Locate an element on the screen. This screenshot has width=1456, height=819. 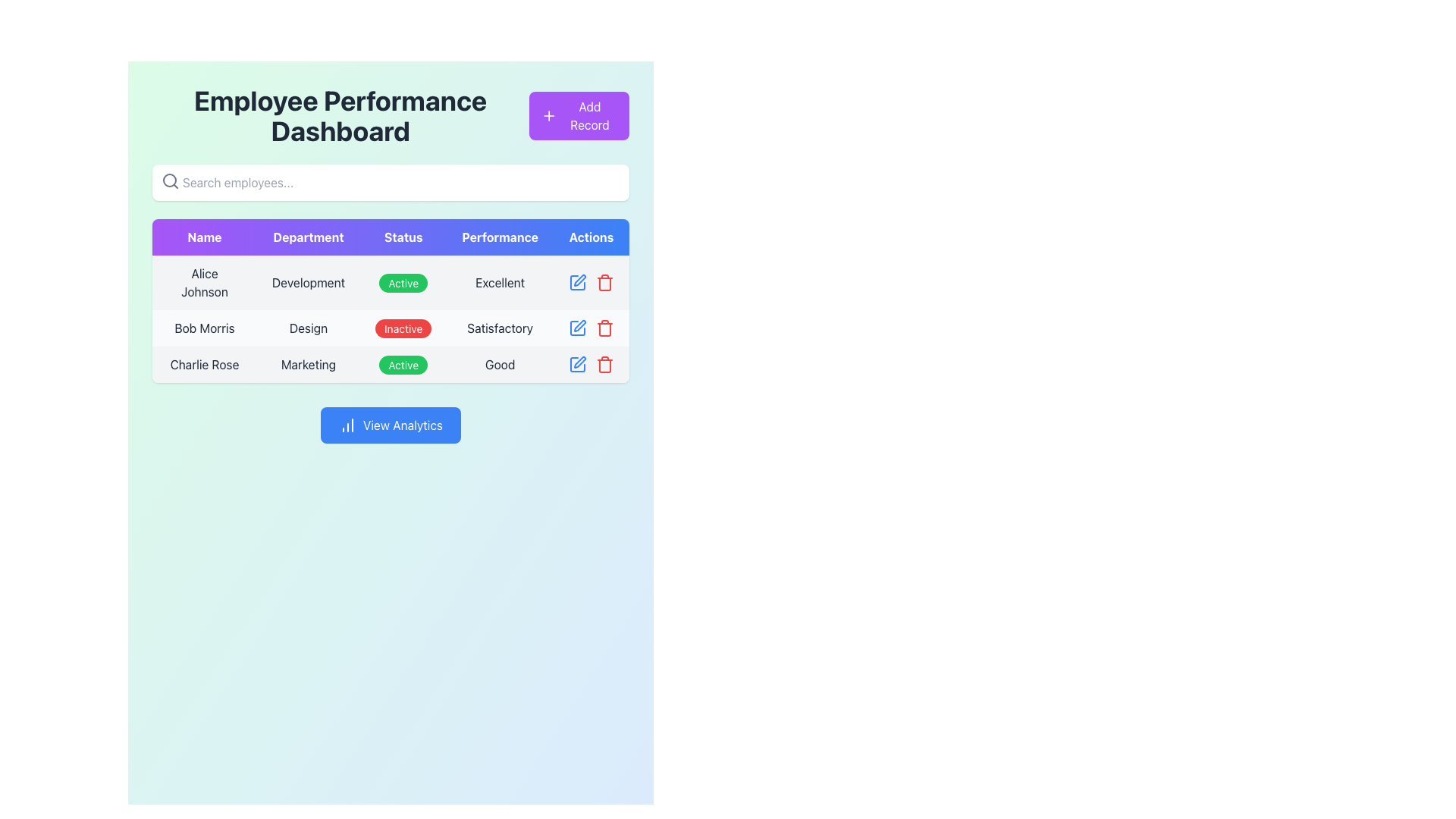
the green rectangular button labeled 'Active' in the 'Status' column of the 'Alice Johnson' row is located at coordinates (403, 283).